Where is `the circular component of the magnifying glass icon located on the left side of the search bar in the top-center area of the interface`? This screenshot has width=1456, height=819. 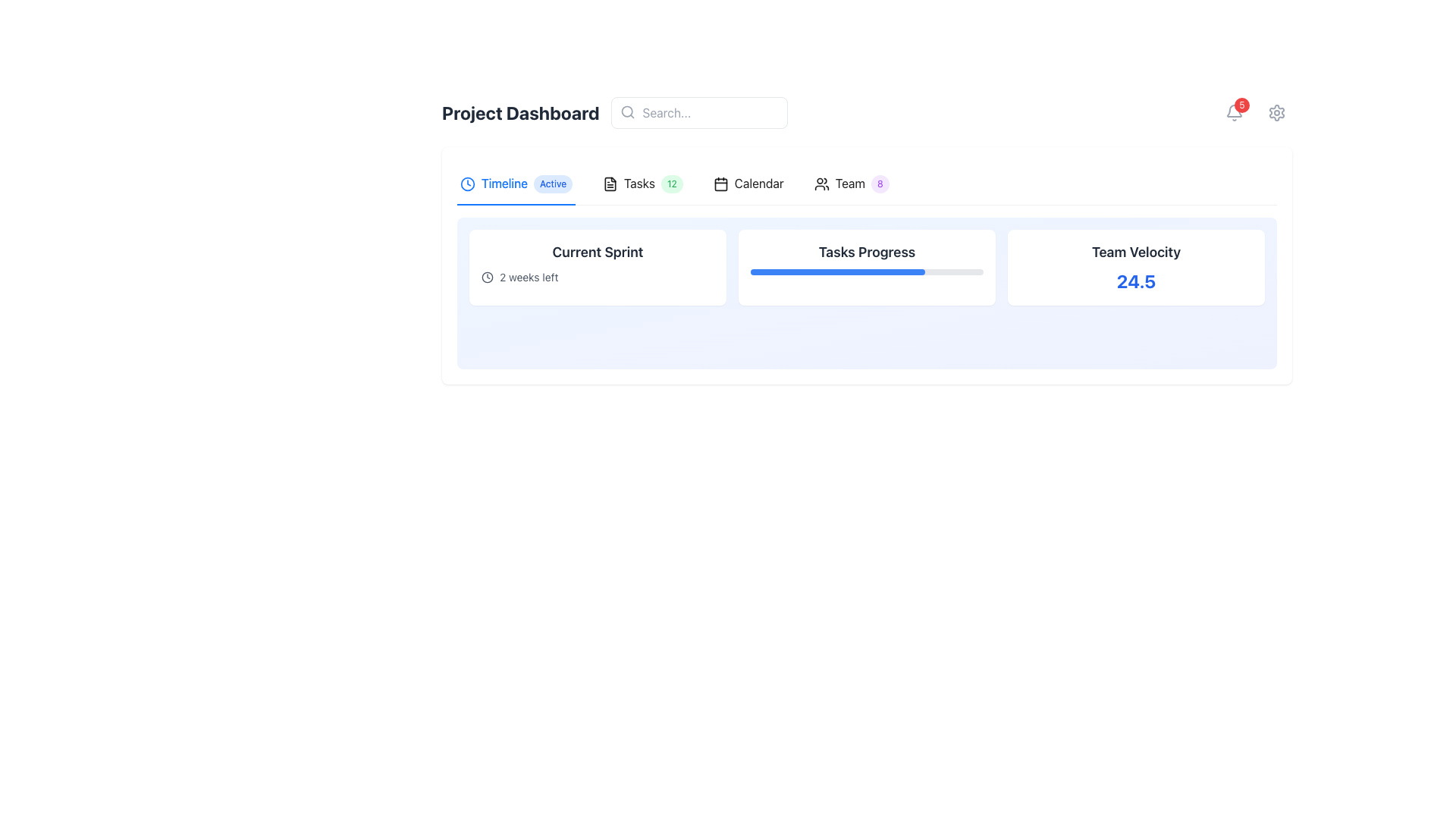 the circular component of the magnifying glass icon located on the left side of the search bar in the top-center area of the interface is located at coordinates (627, 111).